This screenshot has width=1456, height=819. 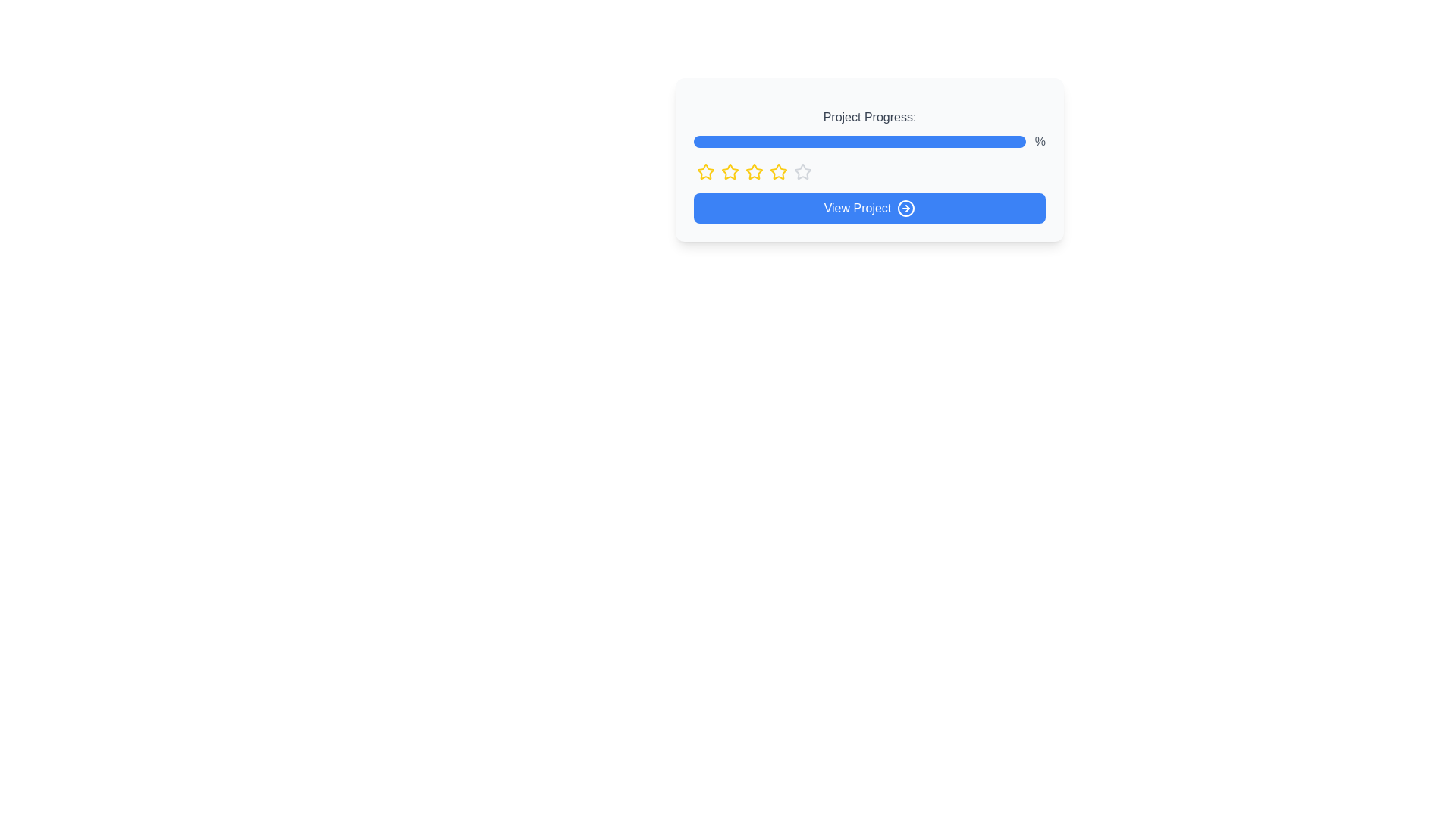 What do you see at coordinates (932, 141) in the screenshot?
I see `progress` at bounding box center [932, 141].